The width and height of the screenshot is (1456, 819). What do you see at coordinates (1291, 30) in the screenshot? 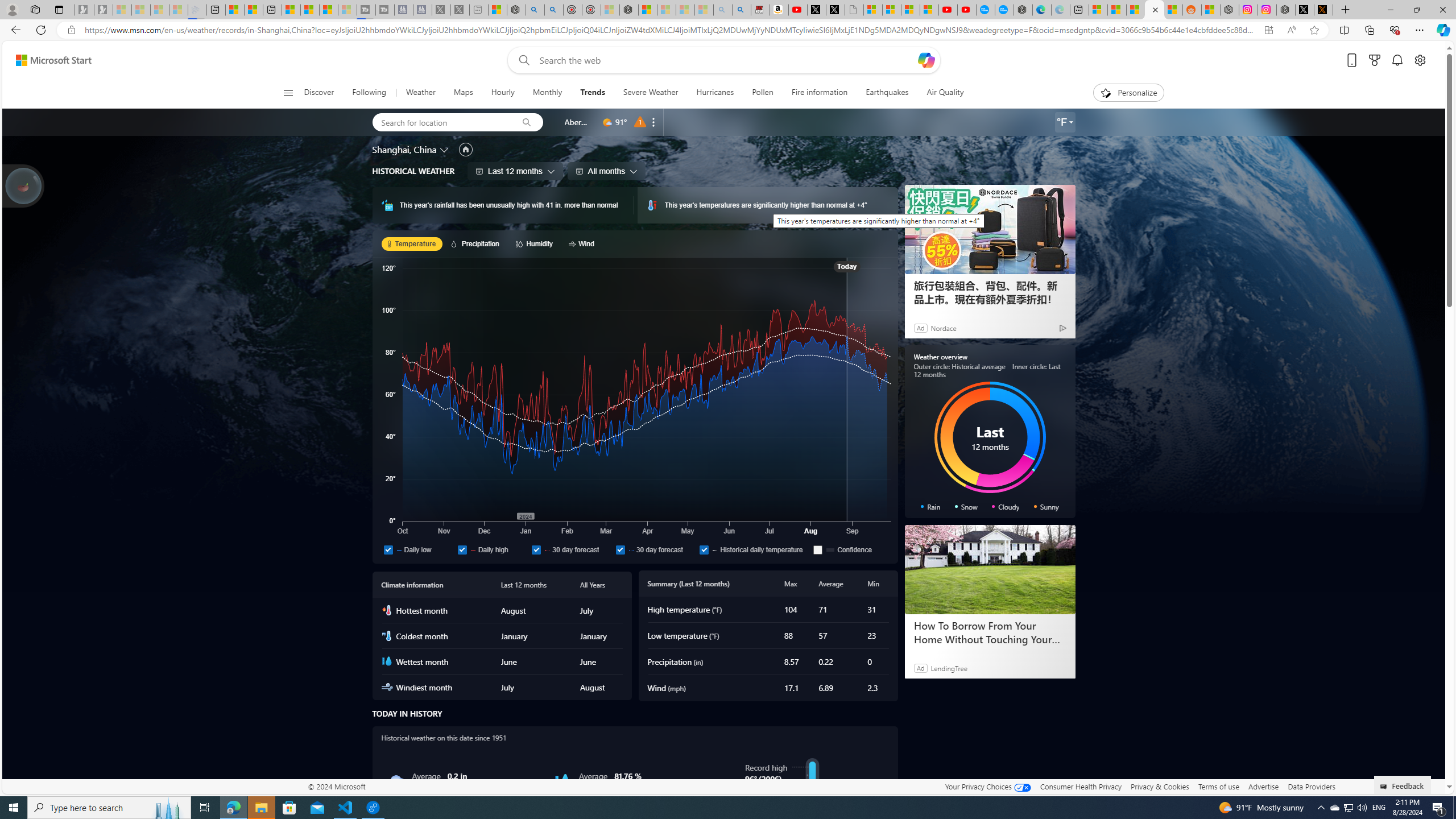
I see `'Read aloud this page (Ctrl+Shift+U)'` at bounding box center [1291, 30].